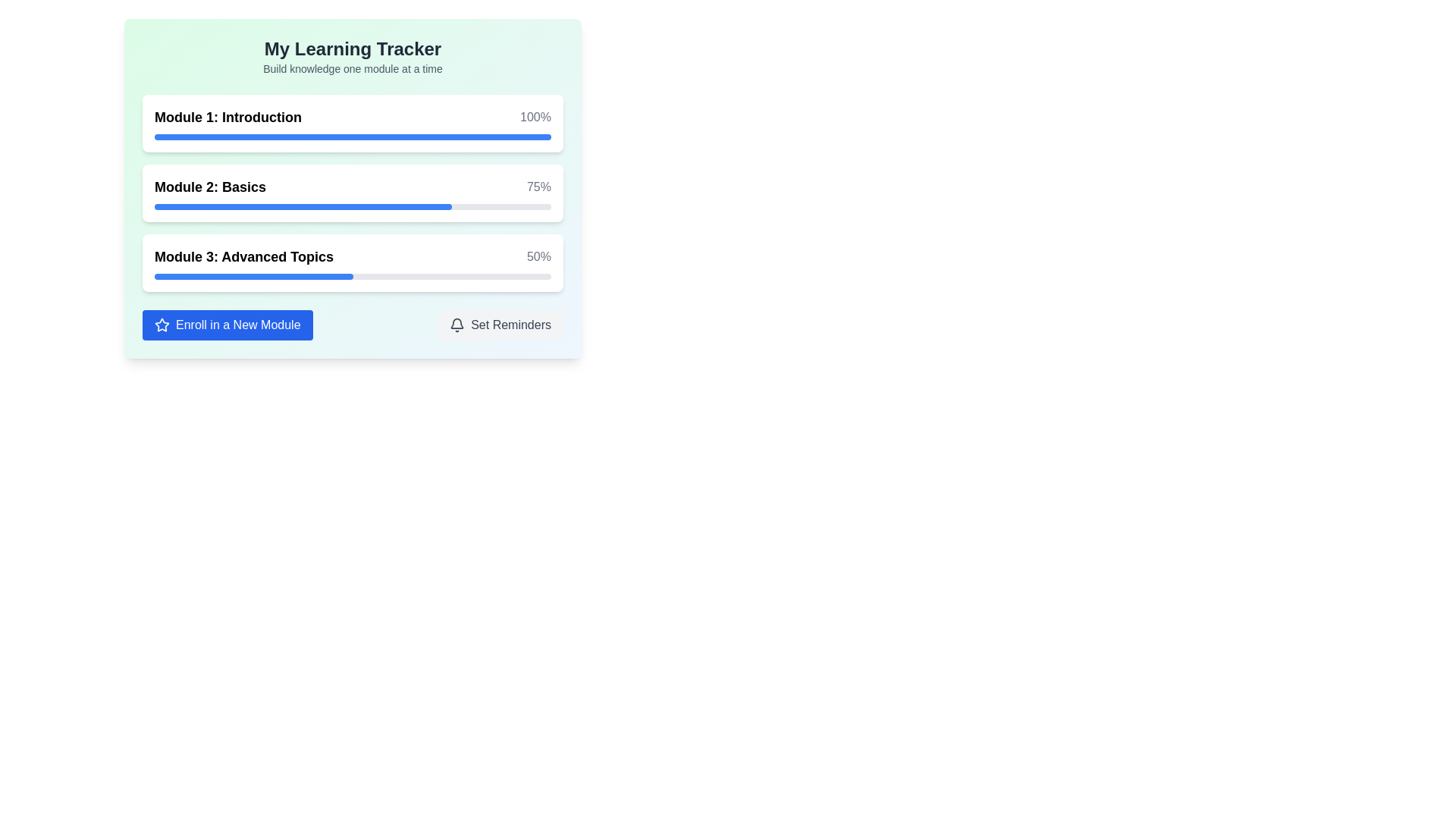  I want to click on the progress bar representing the completion of 'Module 1: Introduction', which is centrally positioned in a white, rounded rectangular section, so click(352, 137).